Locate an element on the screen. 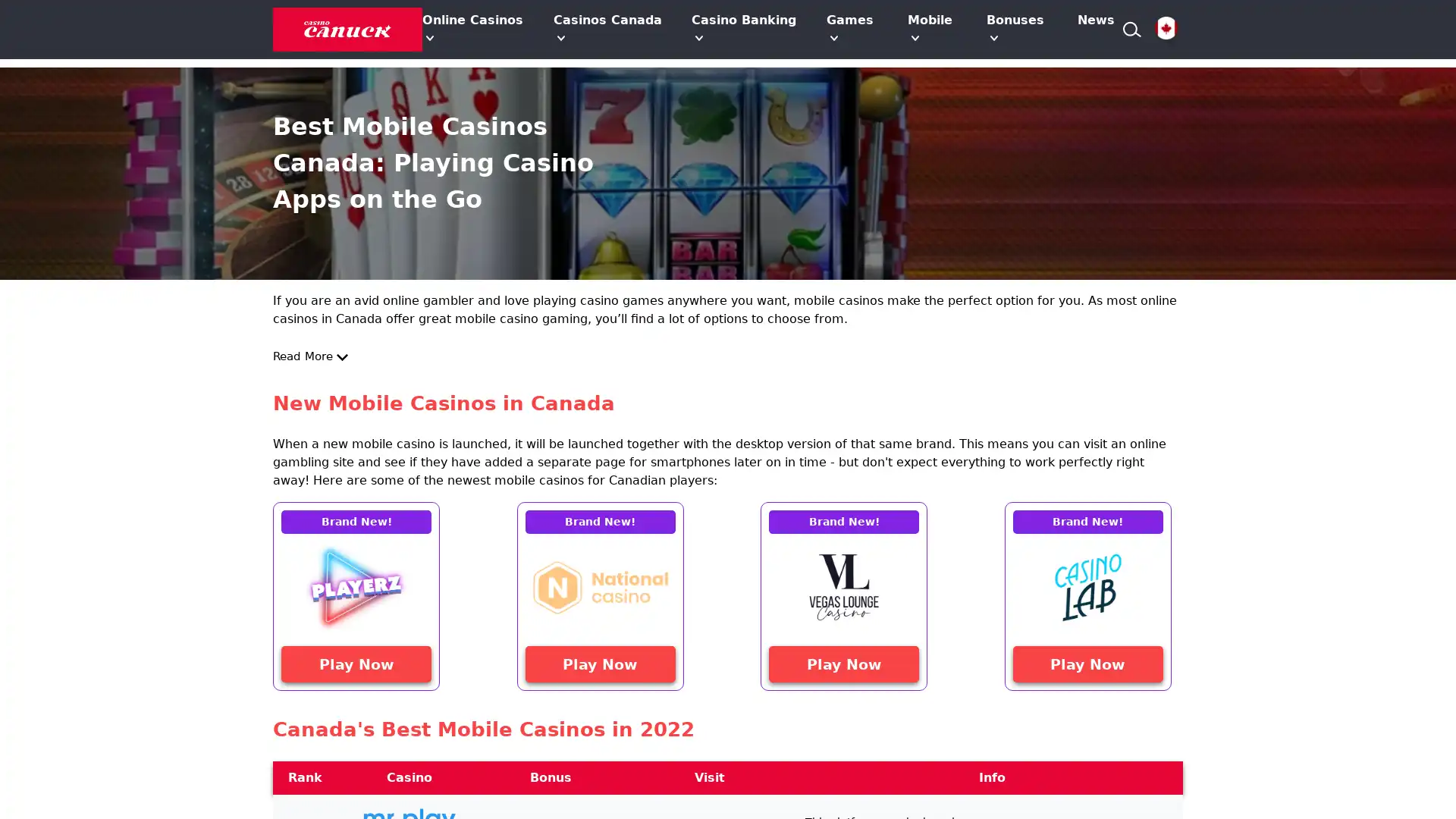  en_CA is located at coordinates (1165, 29).